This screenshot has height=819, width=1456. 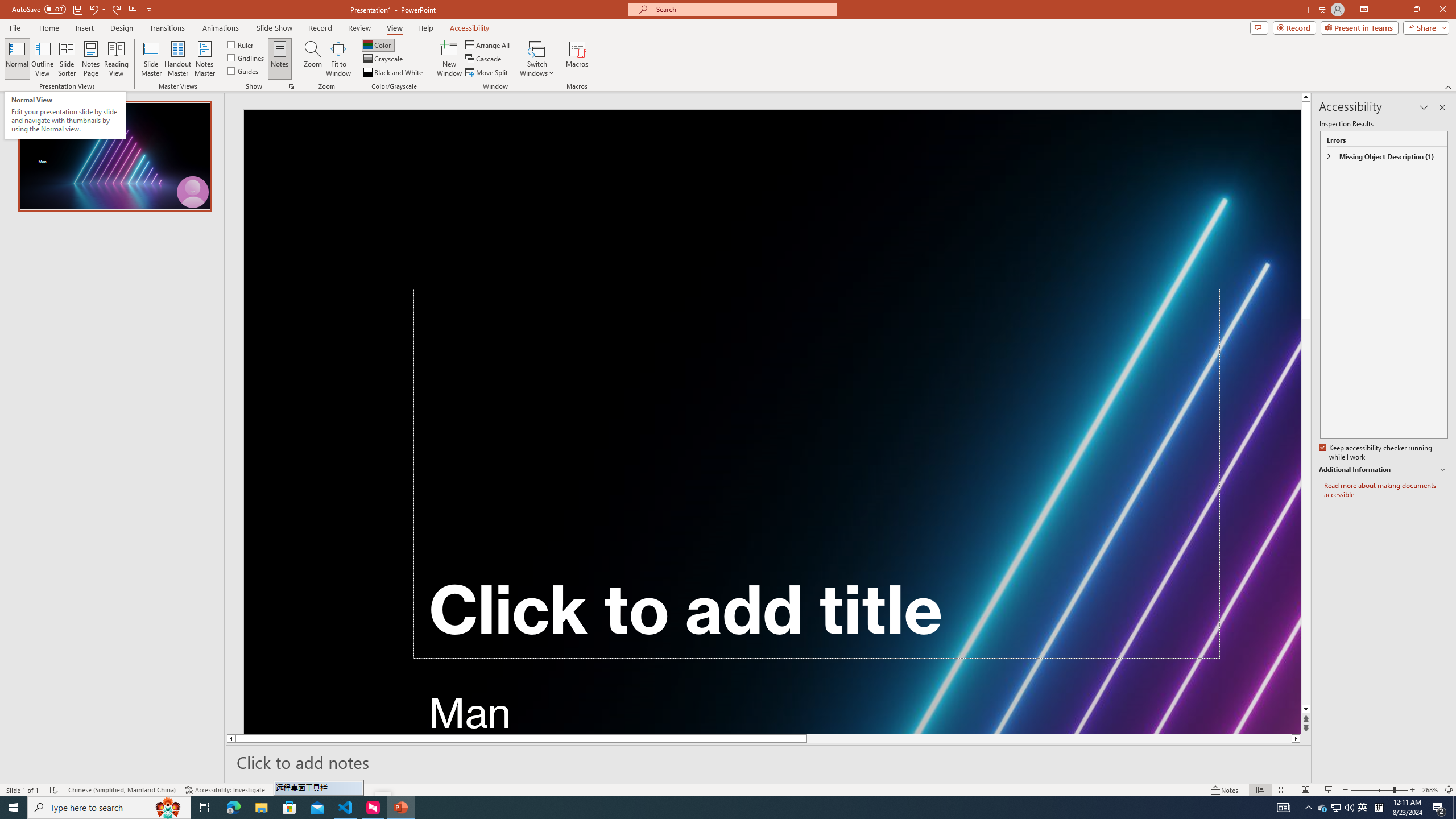 I want to click on 'Guides', so click(x=243, y=69).